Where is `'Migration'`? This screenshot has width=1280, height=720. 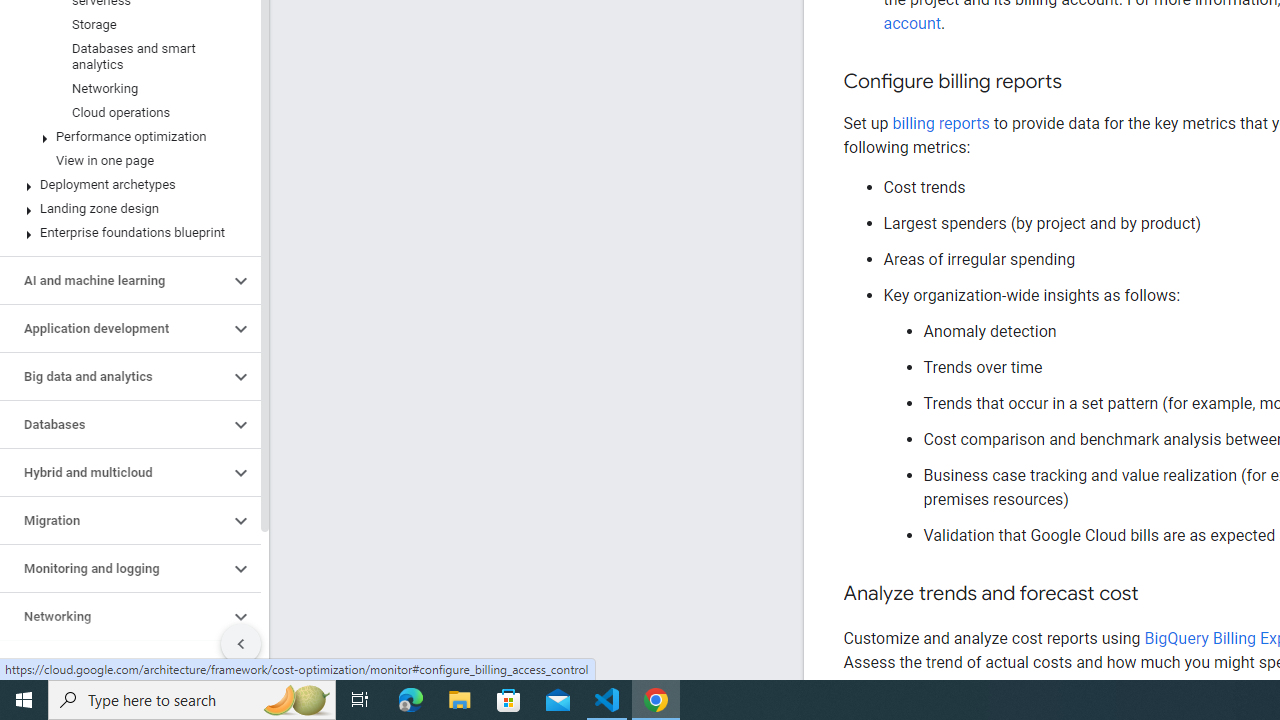 'Migration' is located at coordinates (113, 519).